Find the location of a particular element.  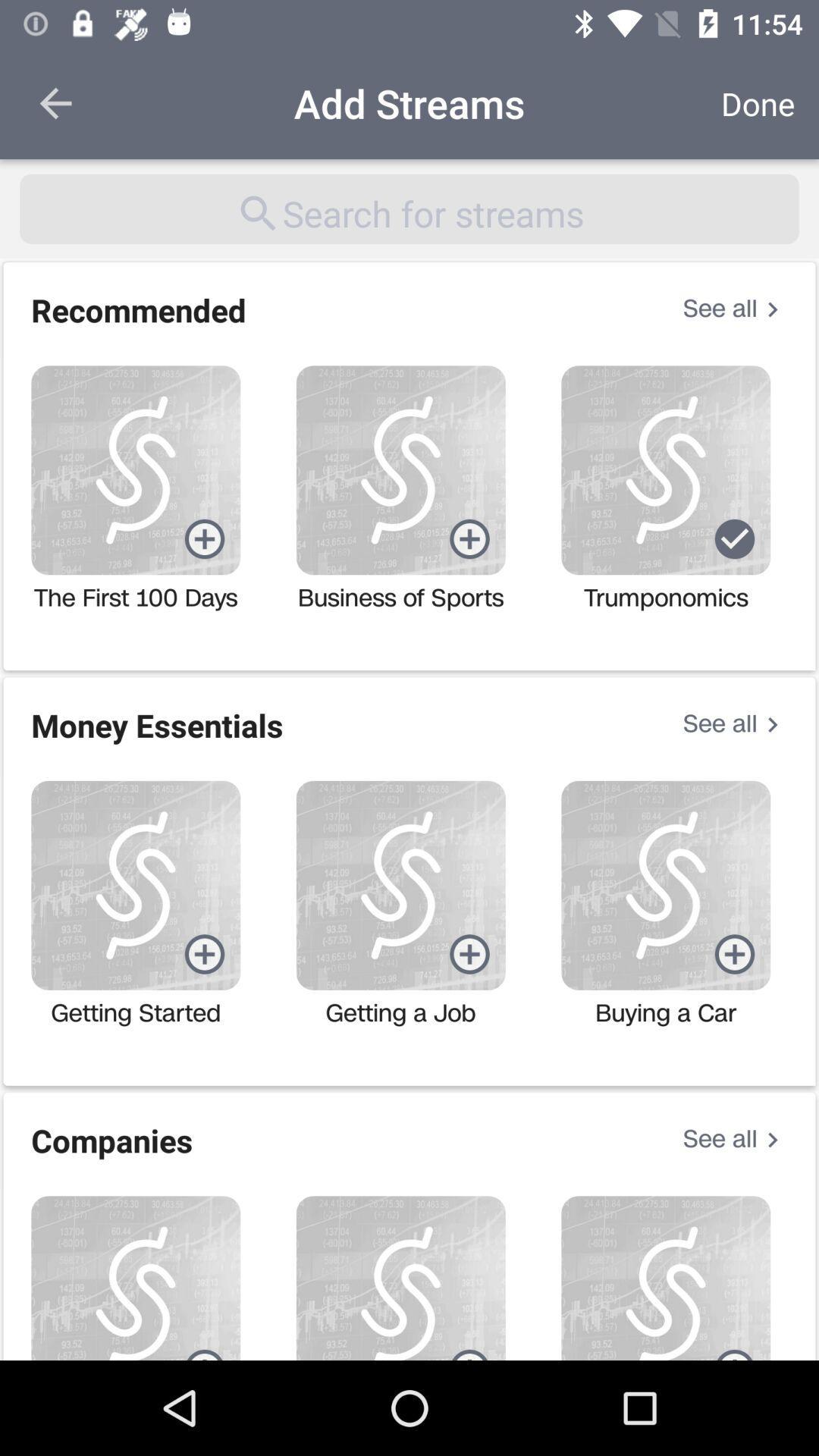

the item to the left of the add streams is located at coordinates (55, 102).